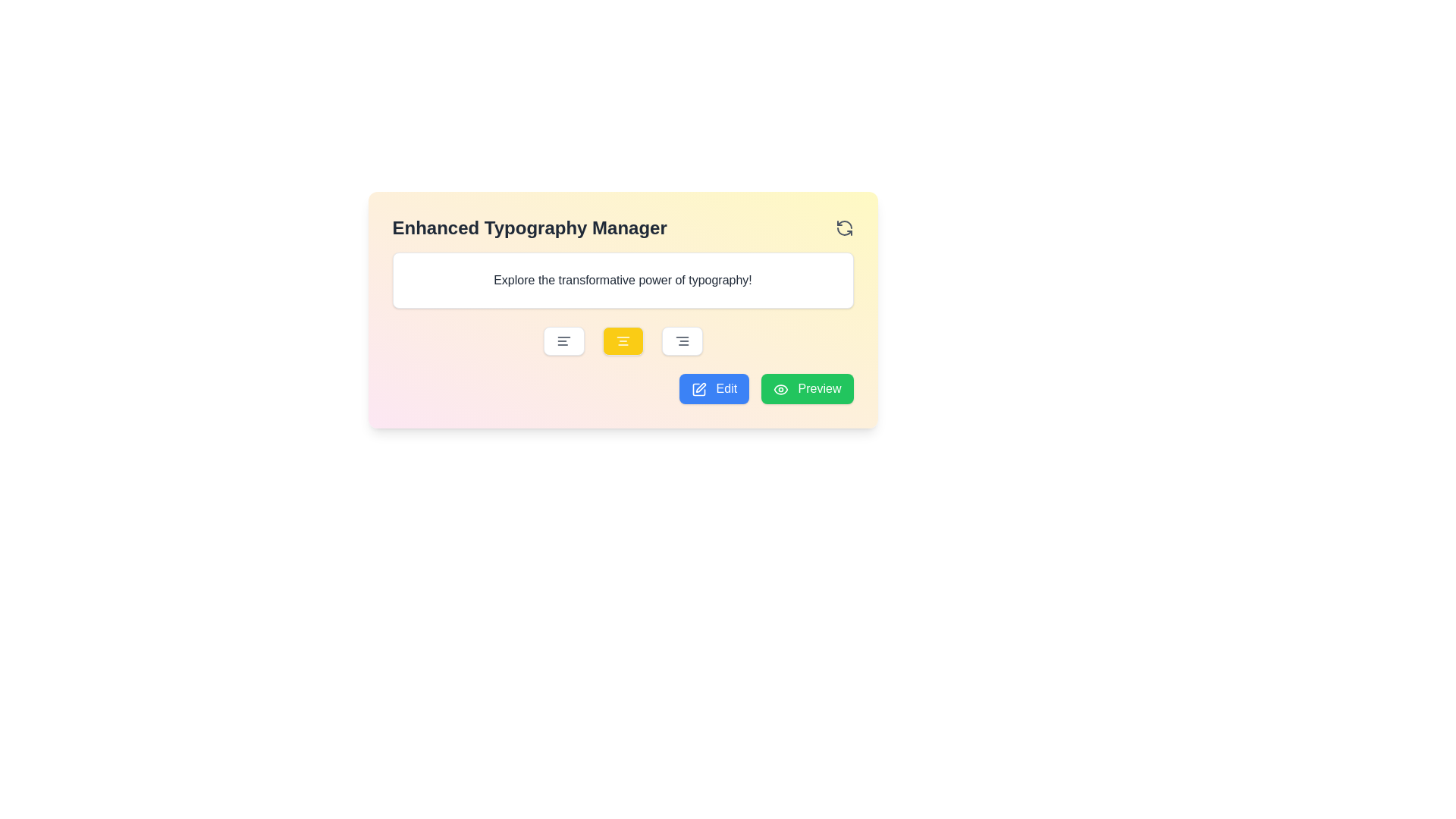  Describe the element at coordinates (623, 341) in the screenshot. I see `the medium-sized rectangular button with a bright yellow background and an icon resembling three horizontal lines, centered vertically, to potentially display tooltips or additional details` at that location.